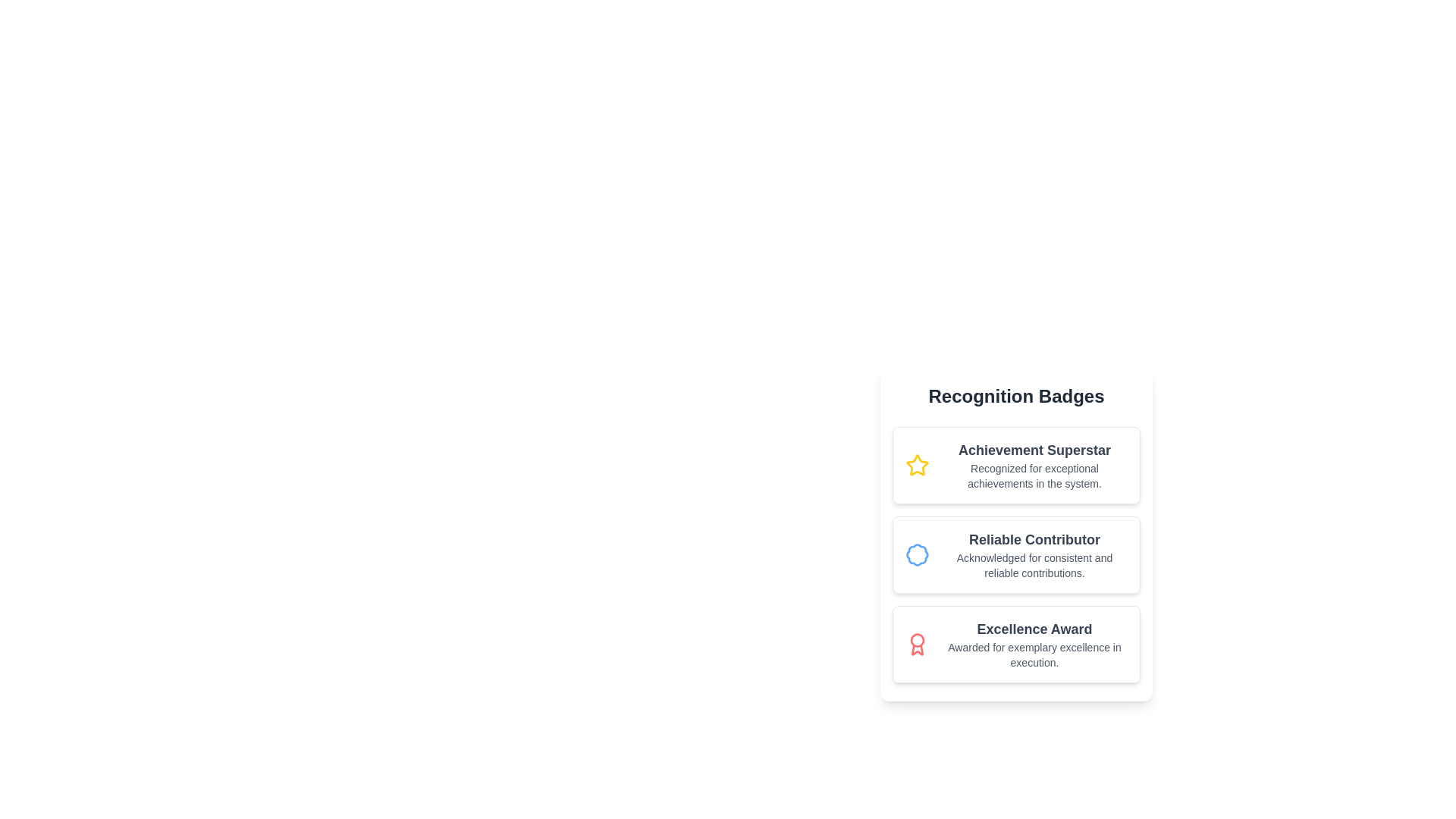  I want to click on the text label reading 'Reliable Contributor', which is styled in a large bold font and dark gray color, located at the top left of its containing card in the 'Recognition Badges' section, so click(1034, 539).